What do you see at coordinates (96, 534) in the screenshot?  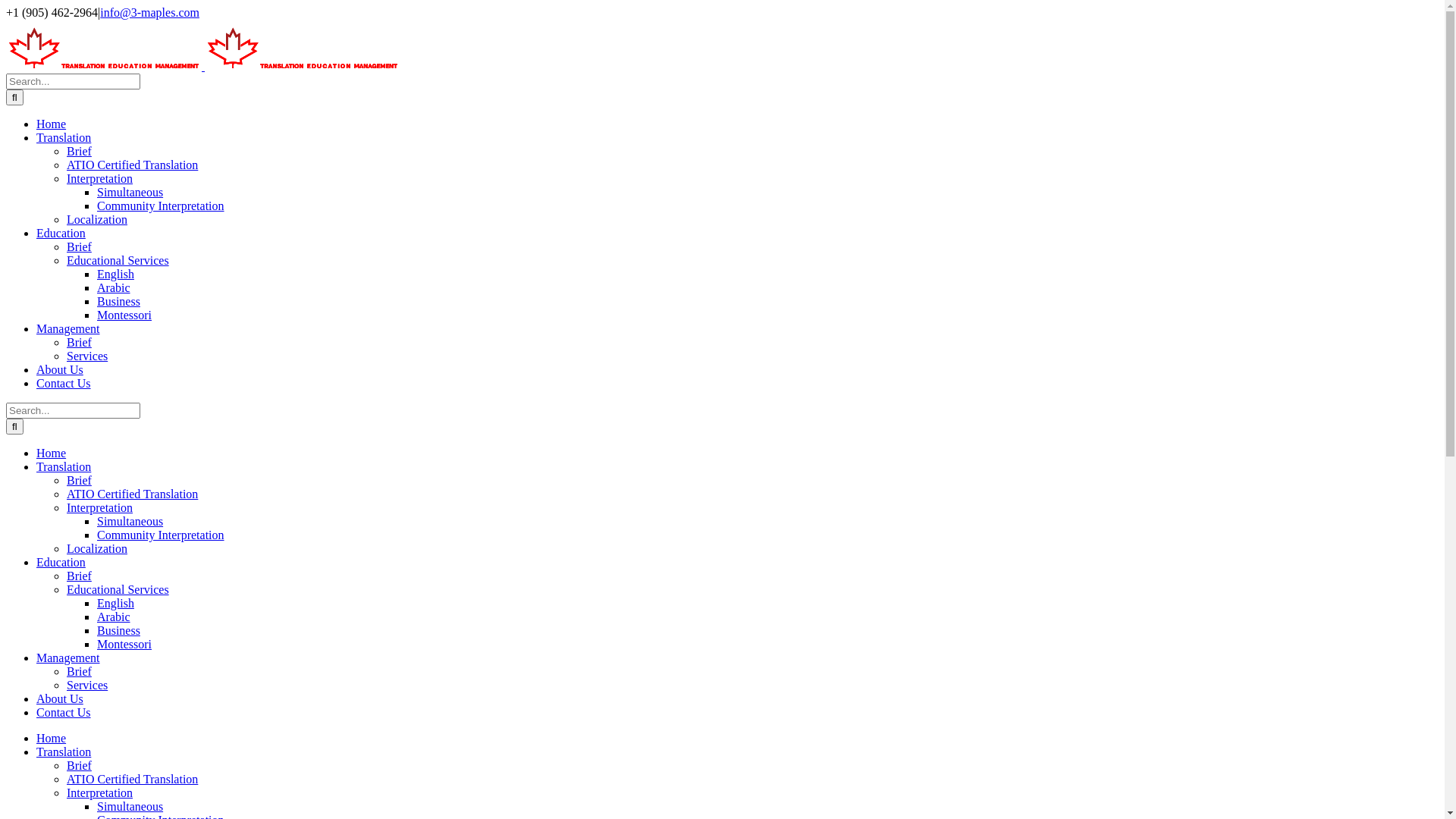 I see `'Community Interpretation'` at bounding box center [96, 534].